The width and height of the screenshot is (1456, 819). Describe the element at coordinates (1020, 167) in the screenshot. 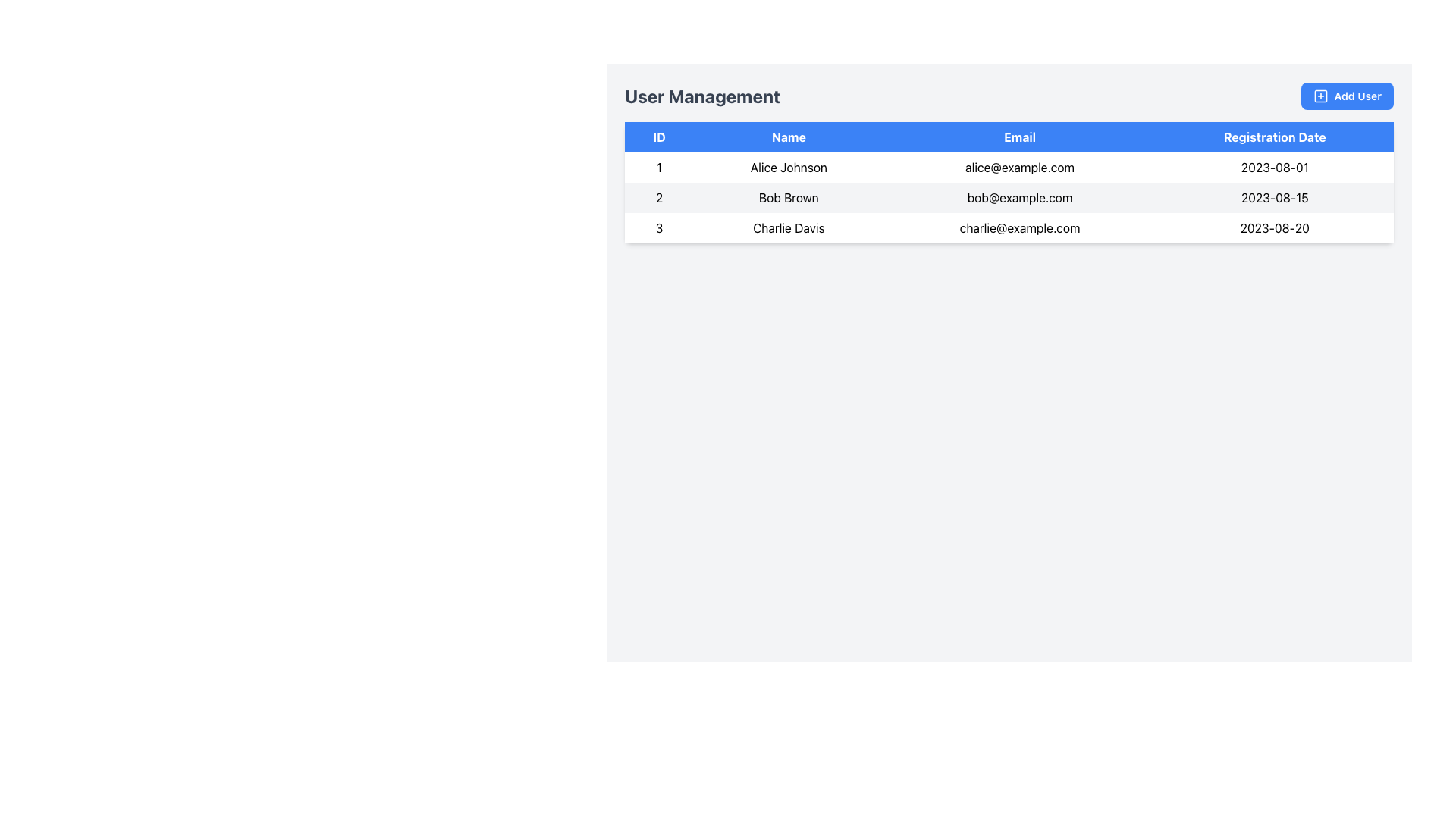

I see `the static text element displaying the email address 'alice@example.com' located in the third column of the first row of a table under the 'Email' header` at that location.